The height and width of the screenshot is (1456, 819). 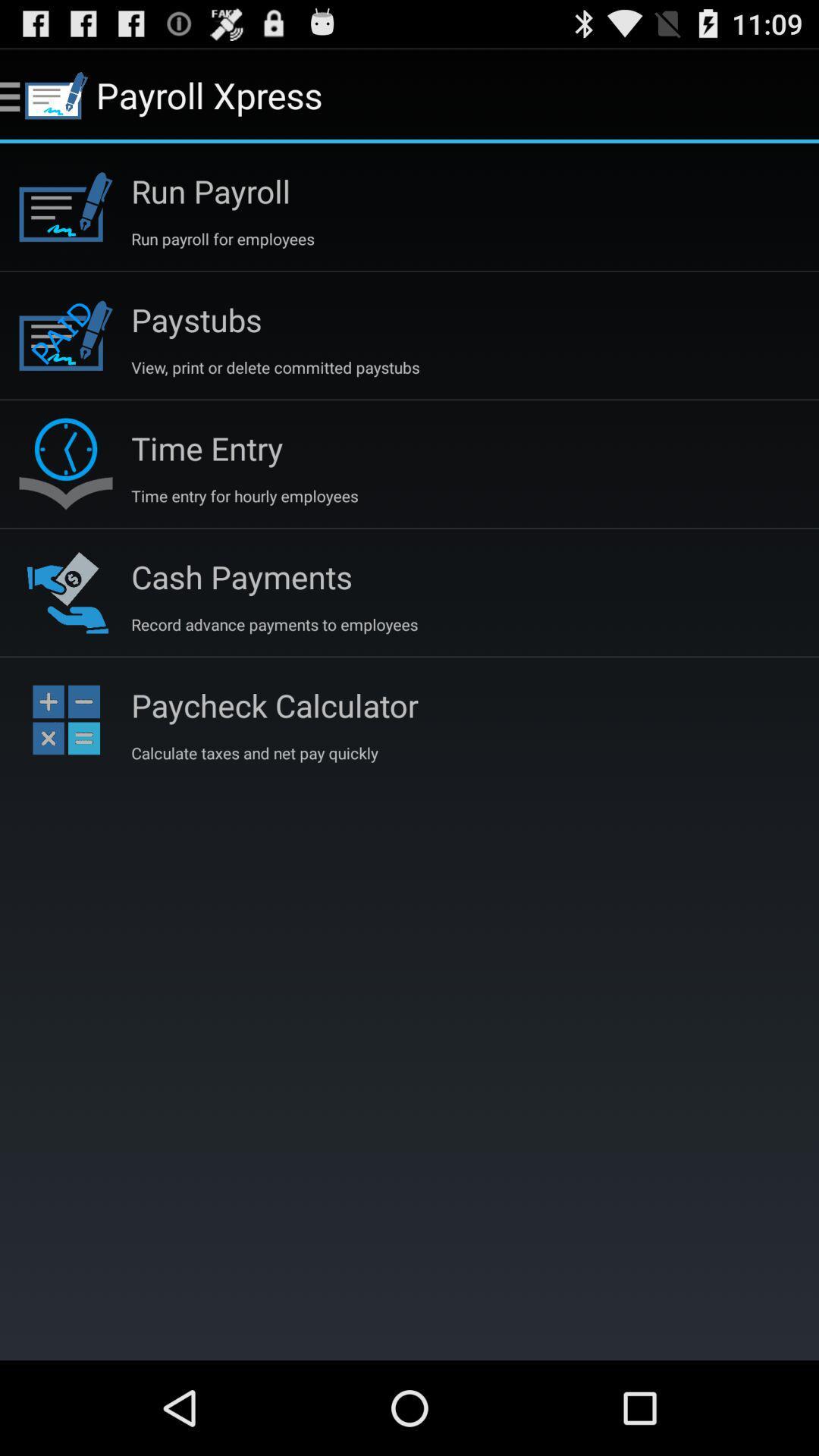 I want to click on icon below the cash payments, so click(x=275, y=624).